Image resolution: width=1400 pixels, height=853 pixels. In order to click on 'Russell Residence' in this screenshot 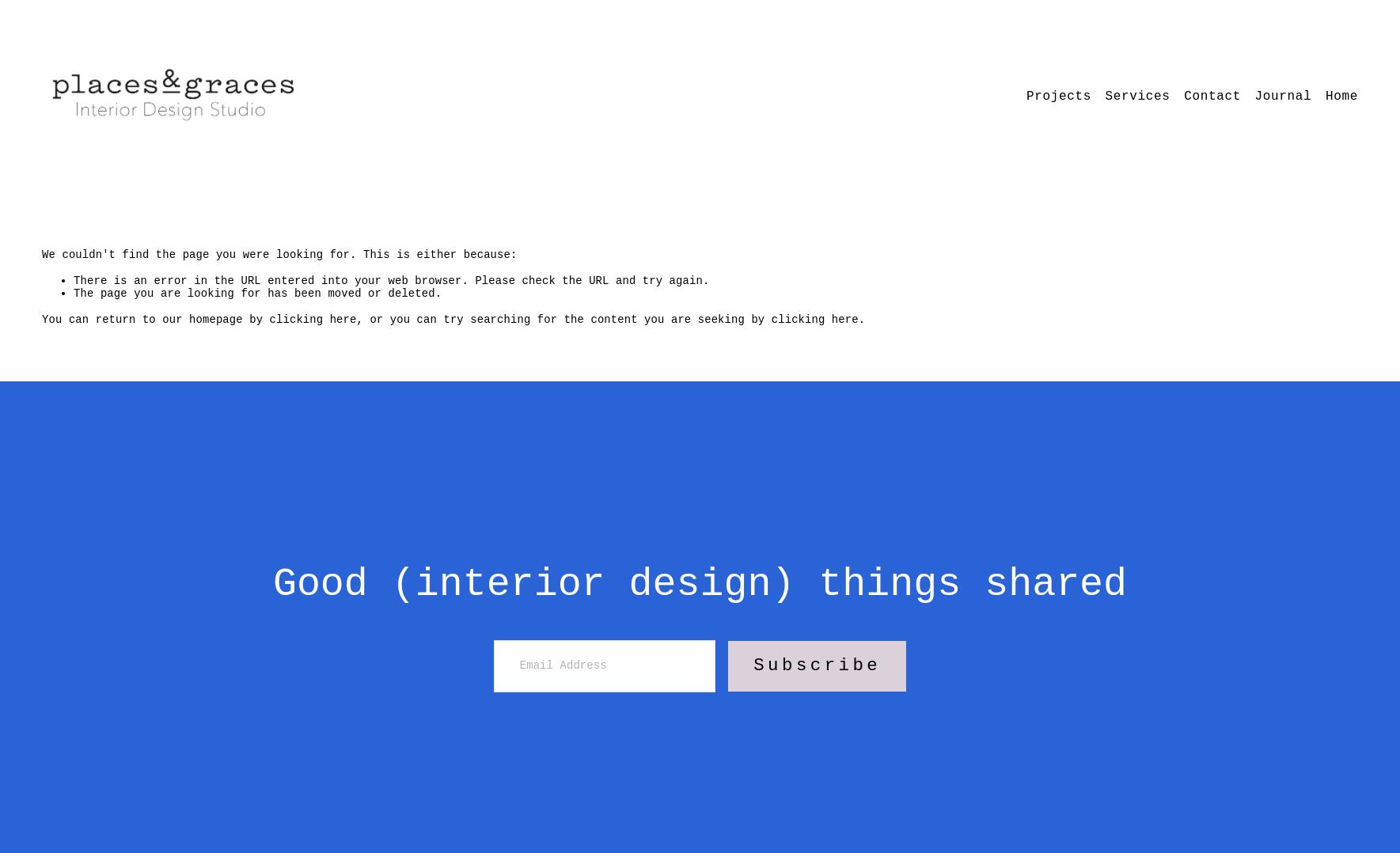, I will do `click(1022, 139)`.